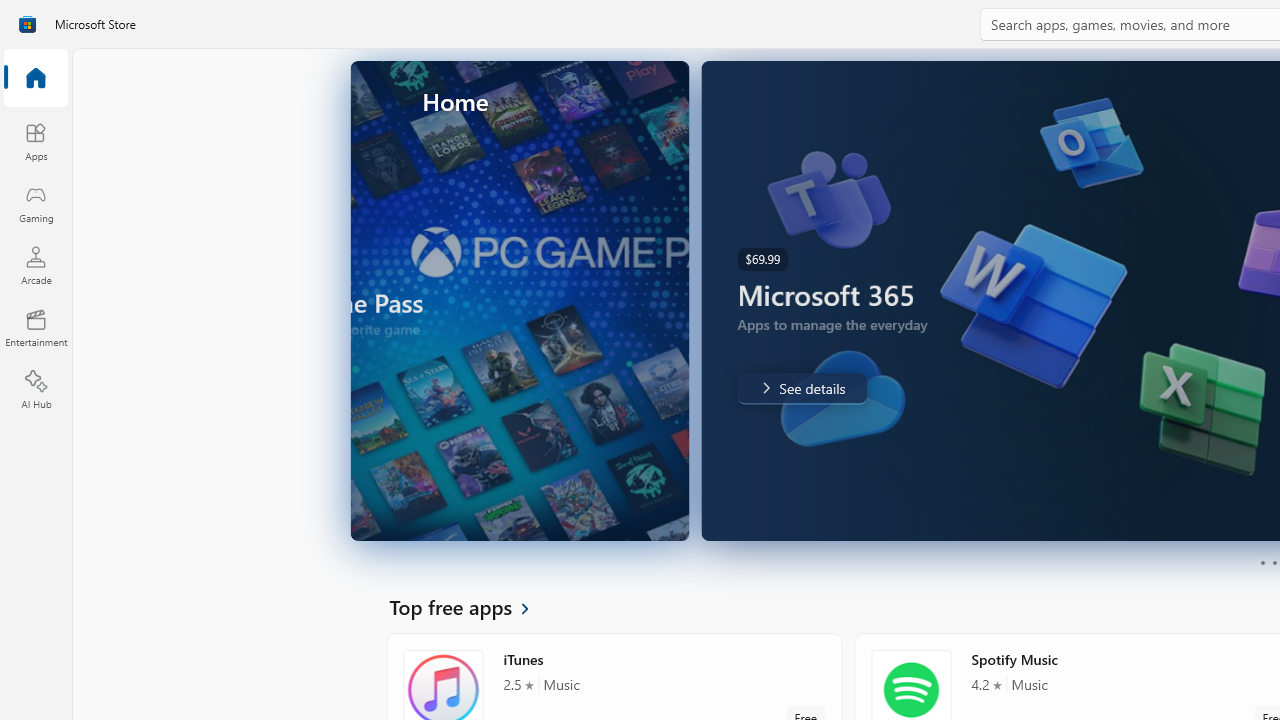 This screenshot has height=720, width=1280. What do you see at coordinates (35, 390) in the screenshot?
I see `'AI Hub'` at bounding box center [35, 390].